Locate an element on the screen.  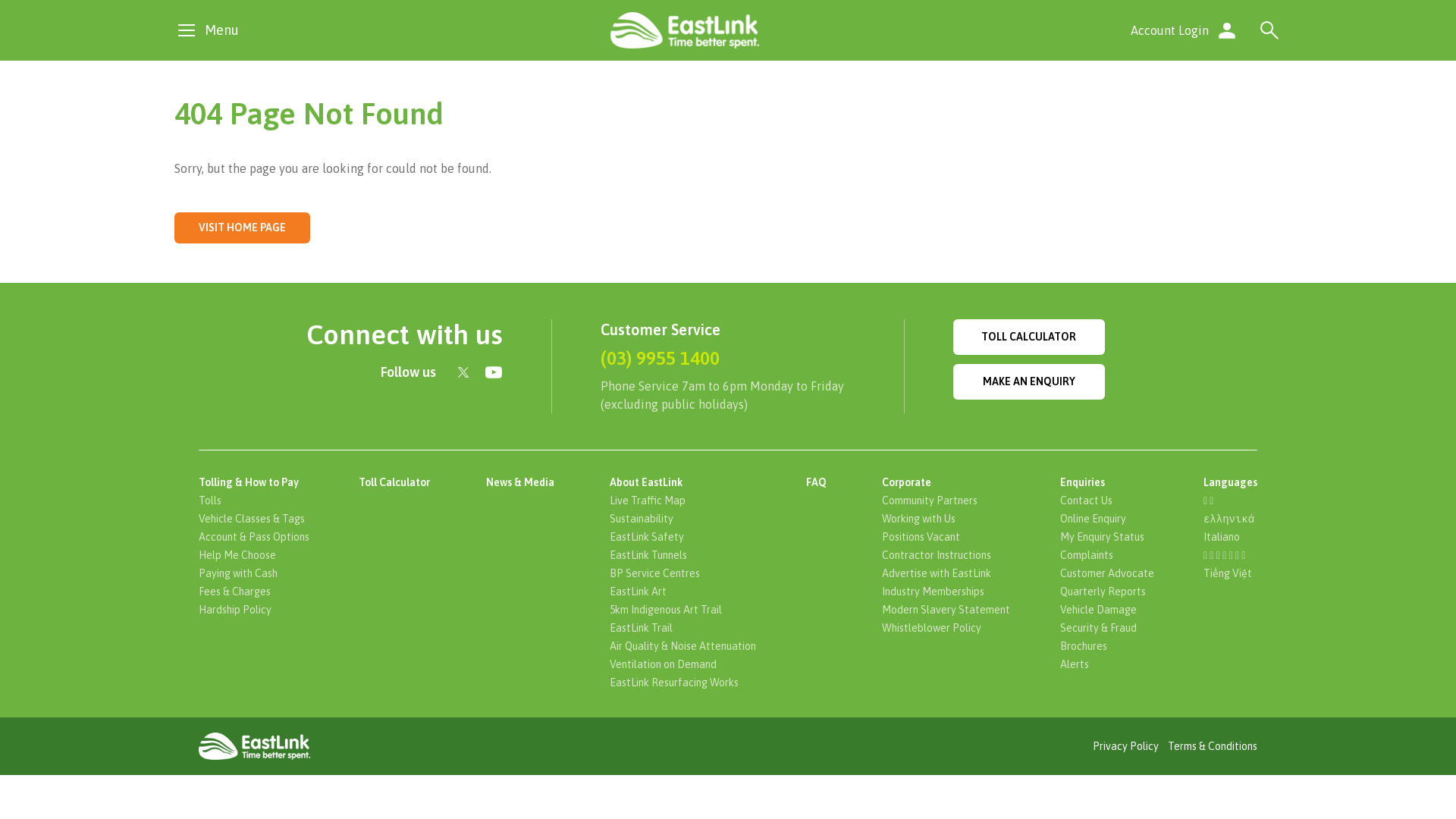
'Online Enquiry' is located at coordinates (1059, 517).